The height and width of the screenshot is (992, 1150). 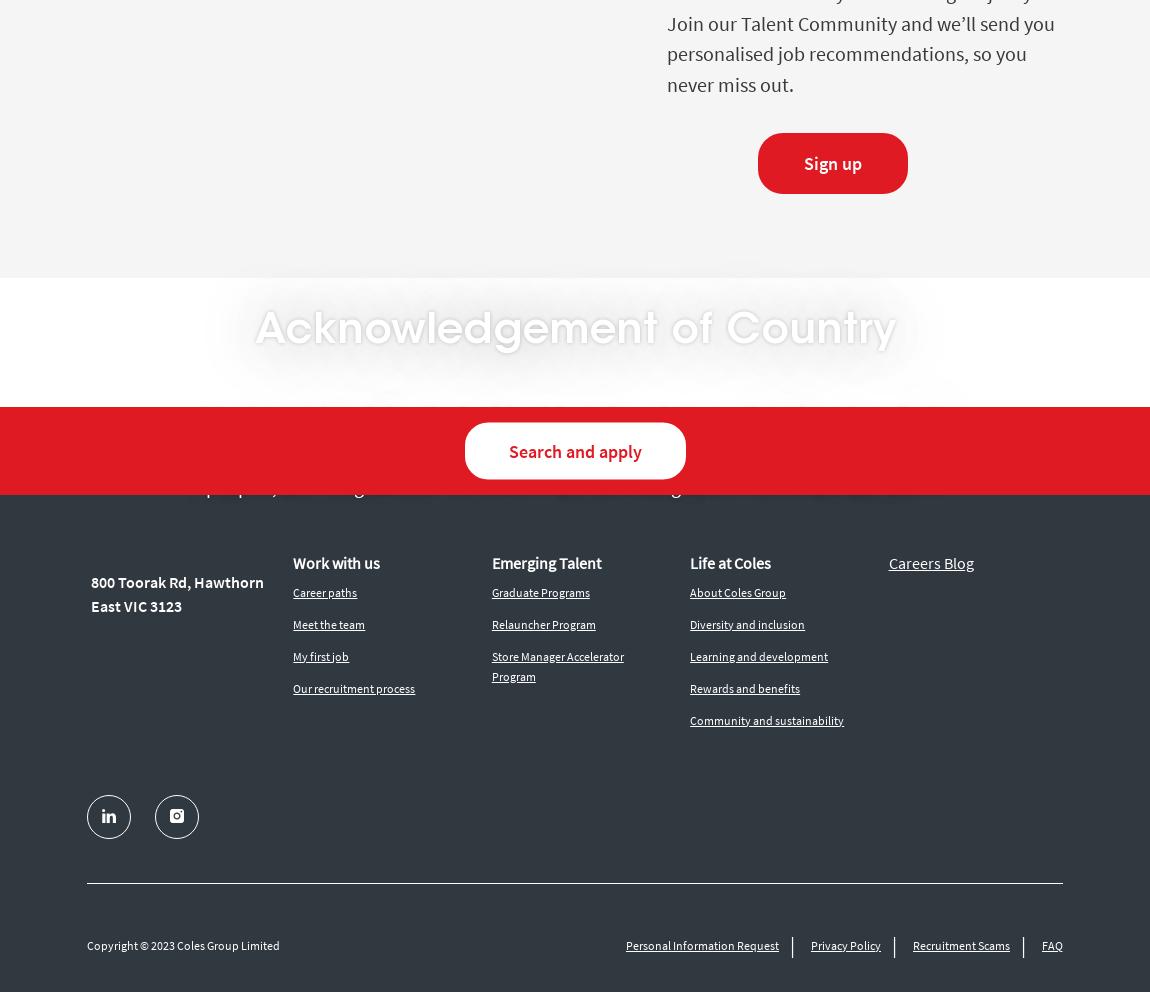 I want to click on 'Privacy Policy', so click(x=845, y=943).